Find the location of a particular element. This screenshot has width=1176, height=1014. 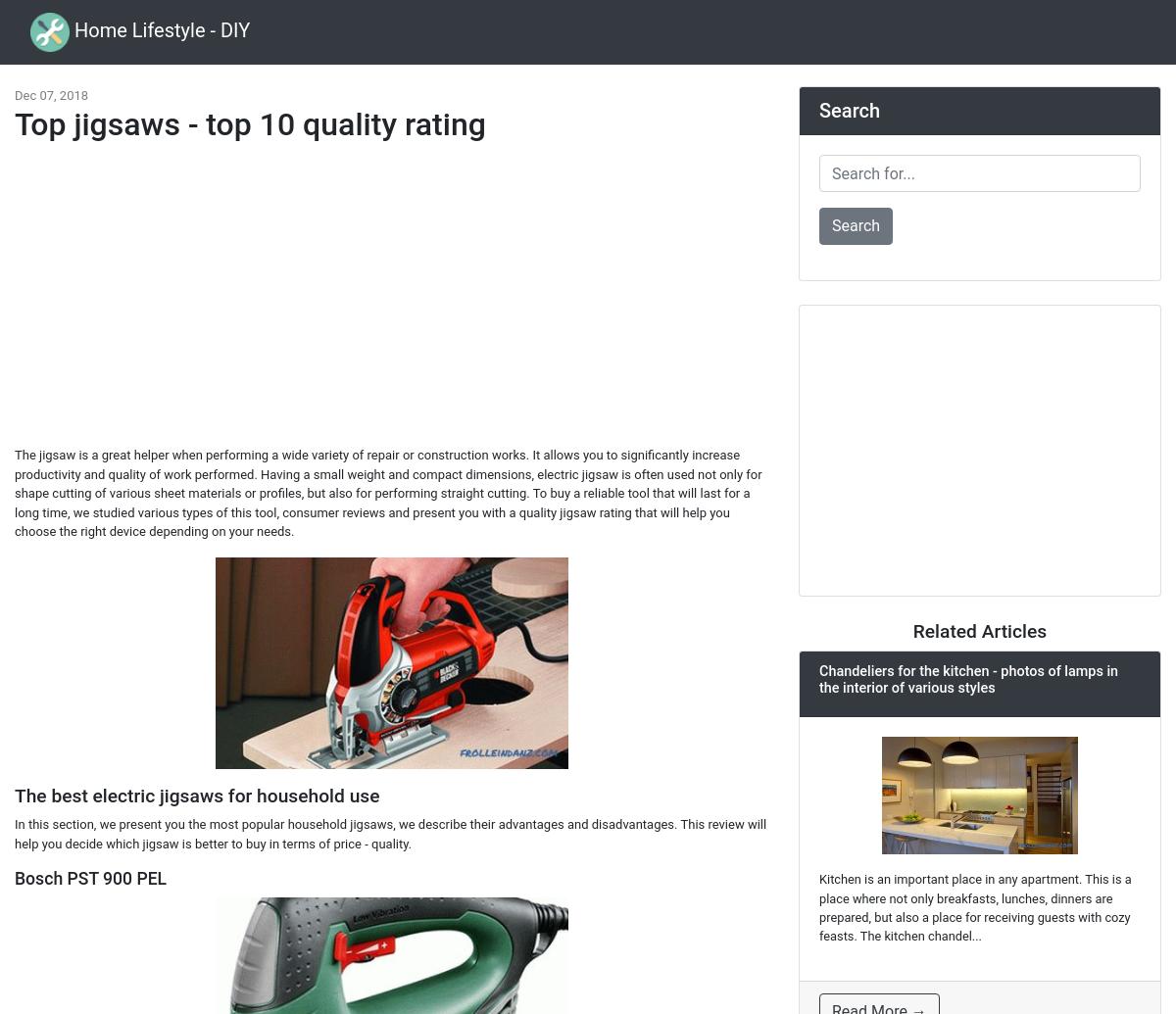

'Dec 07, 2018' is located at coordinates (51, 95).